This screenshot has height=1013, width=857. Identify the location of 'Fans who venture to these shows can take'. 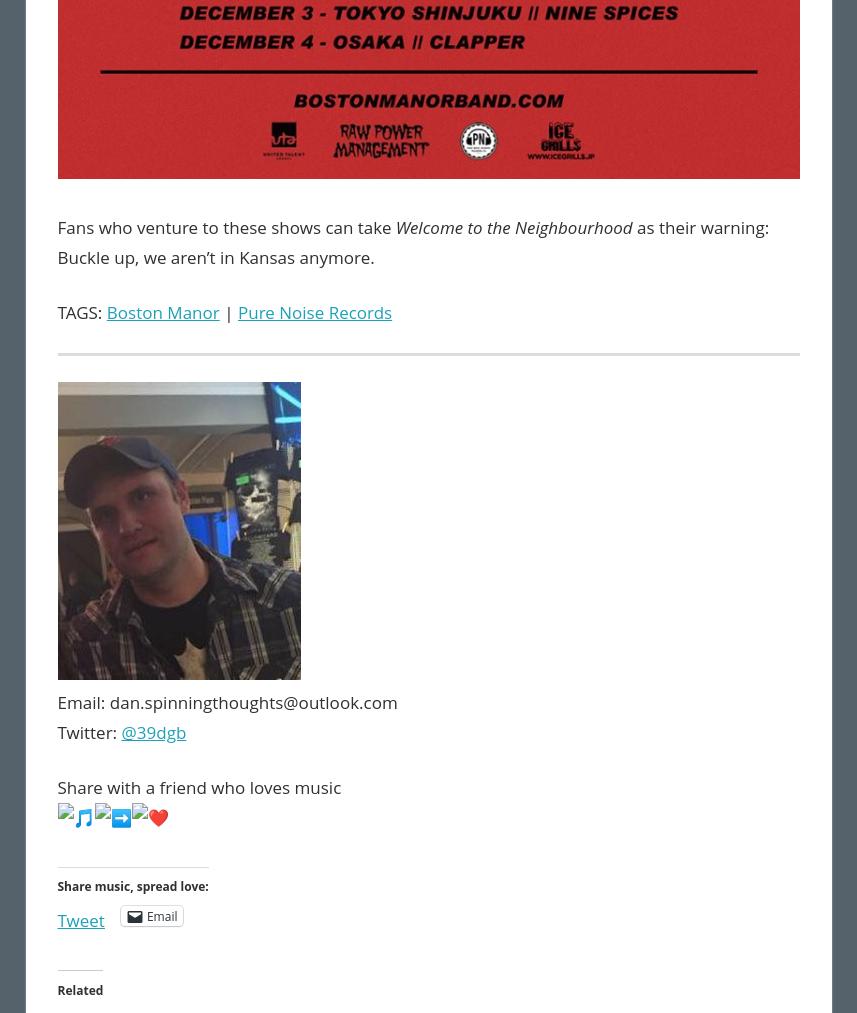
(224, 225).